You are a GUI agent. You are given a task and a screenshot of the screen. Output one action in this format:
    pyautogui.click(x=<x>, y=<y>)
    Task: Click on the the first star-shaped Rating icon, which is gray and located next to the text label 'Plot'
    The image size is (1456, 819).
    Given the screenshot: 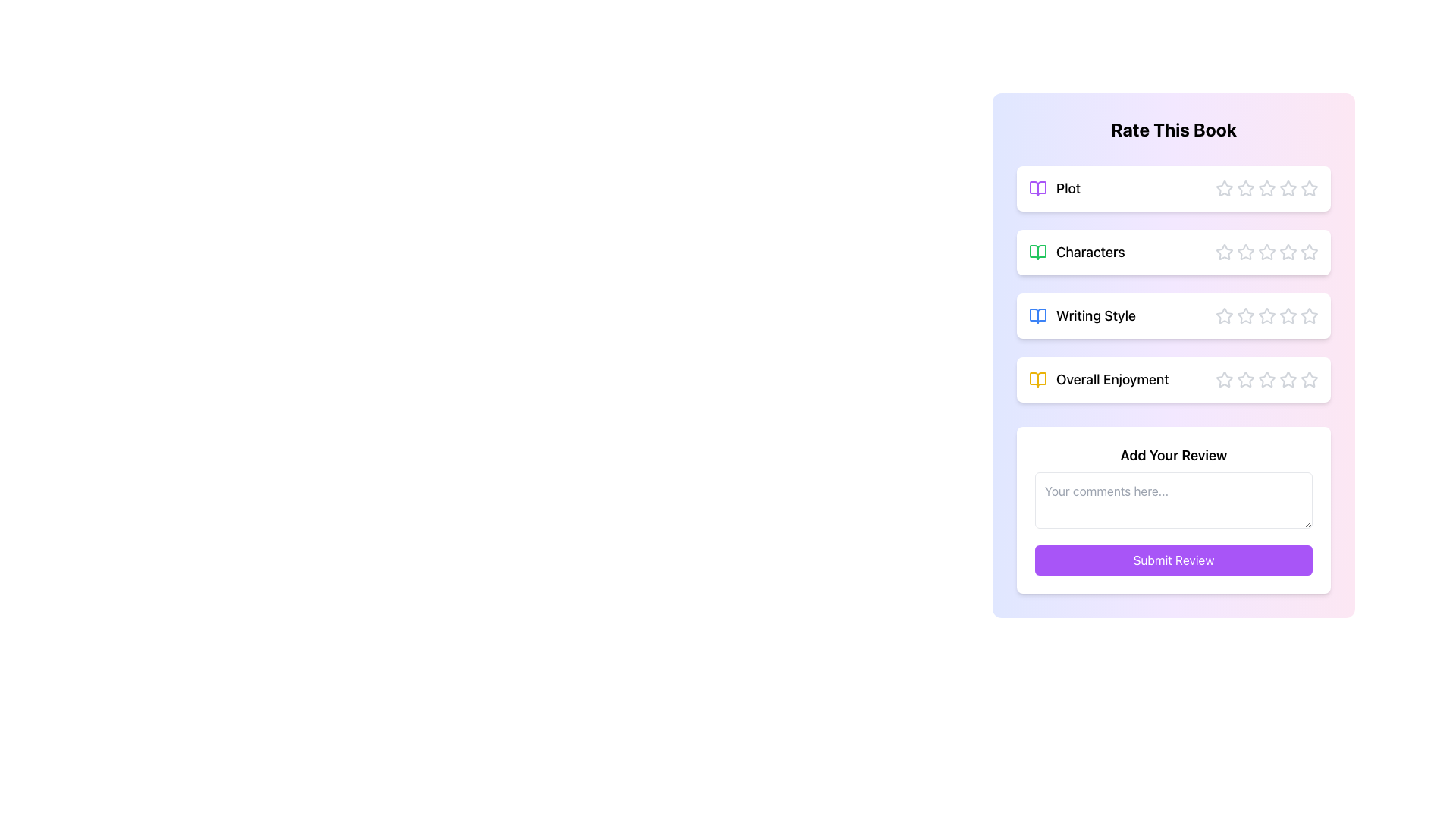 What is the action you would take?
    pyautogui.click(x=1224, y=188)
    